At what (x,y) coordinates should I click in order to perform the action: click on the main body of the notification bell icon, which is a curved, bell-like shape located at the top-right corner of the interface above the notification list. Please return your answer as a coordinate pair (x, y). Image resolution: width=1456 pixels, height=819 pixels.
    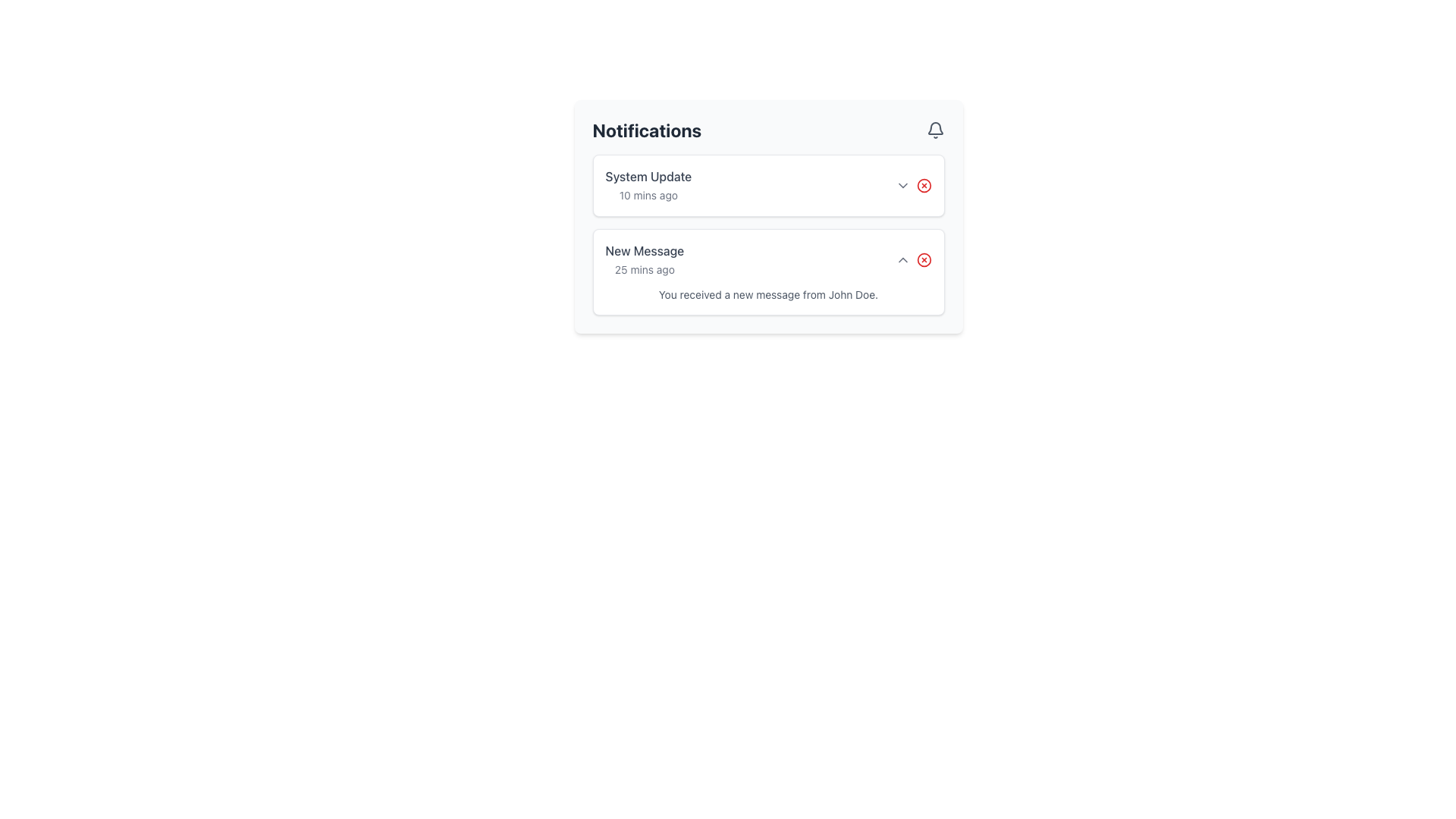
    Looking at the image, I should click on (934, 127).